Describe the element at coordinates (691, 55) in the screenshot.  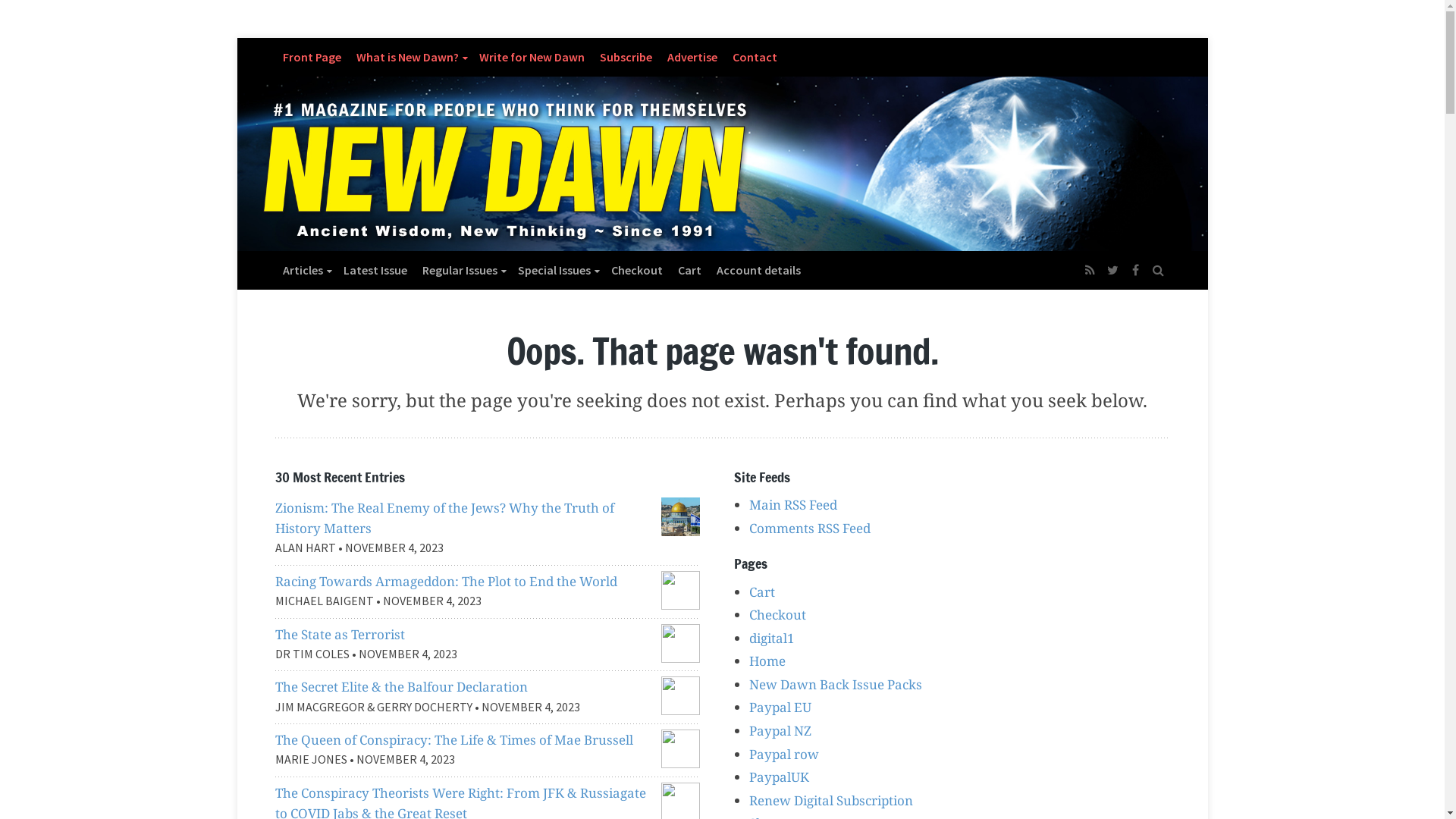
I see `'Advertise'` at that location.